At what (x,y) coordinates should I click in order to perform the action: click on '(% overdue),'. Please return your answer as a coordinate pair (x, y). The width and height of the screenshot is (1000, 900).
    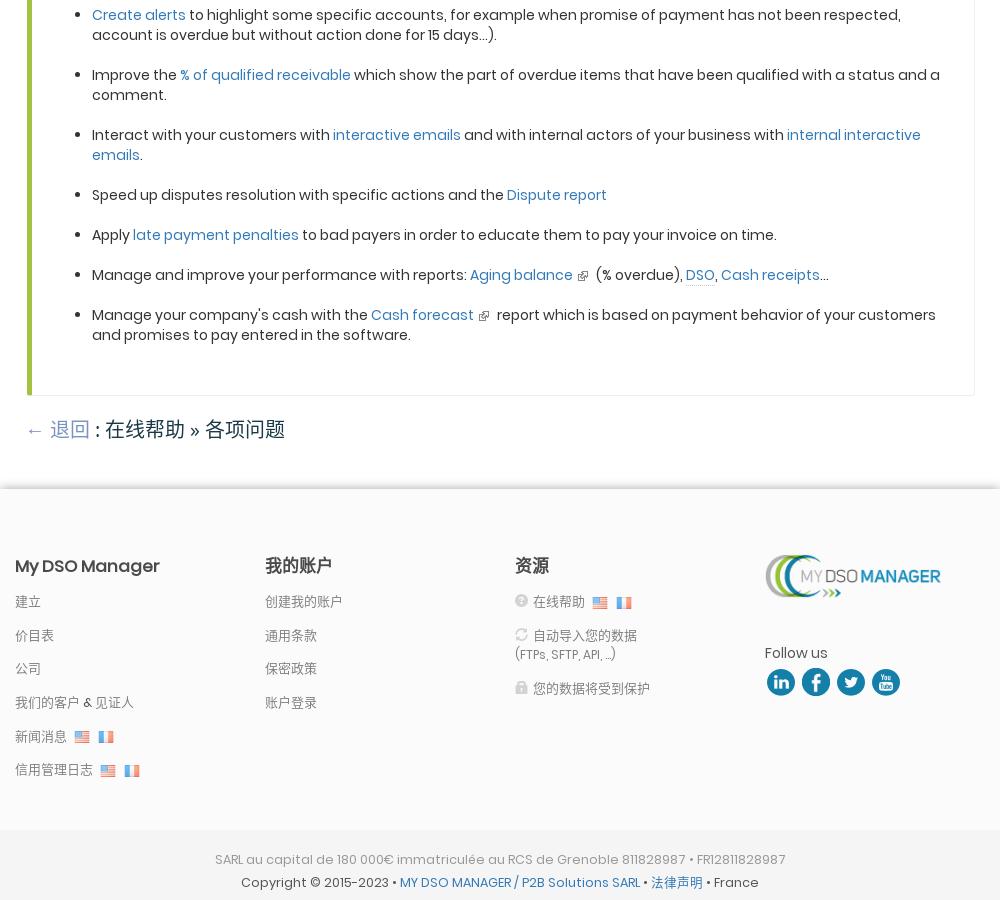
    Looking at the image, I should click on (639, 272).